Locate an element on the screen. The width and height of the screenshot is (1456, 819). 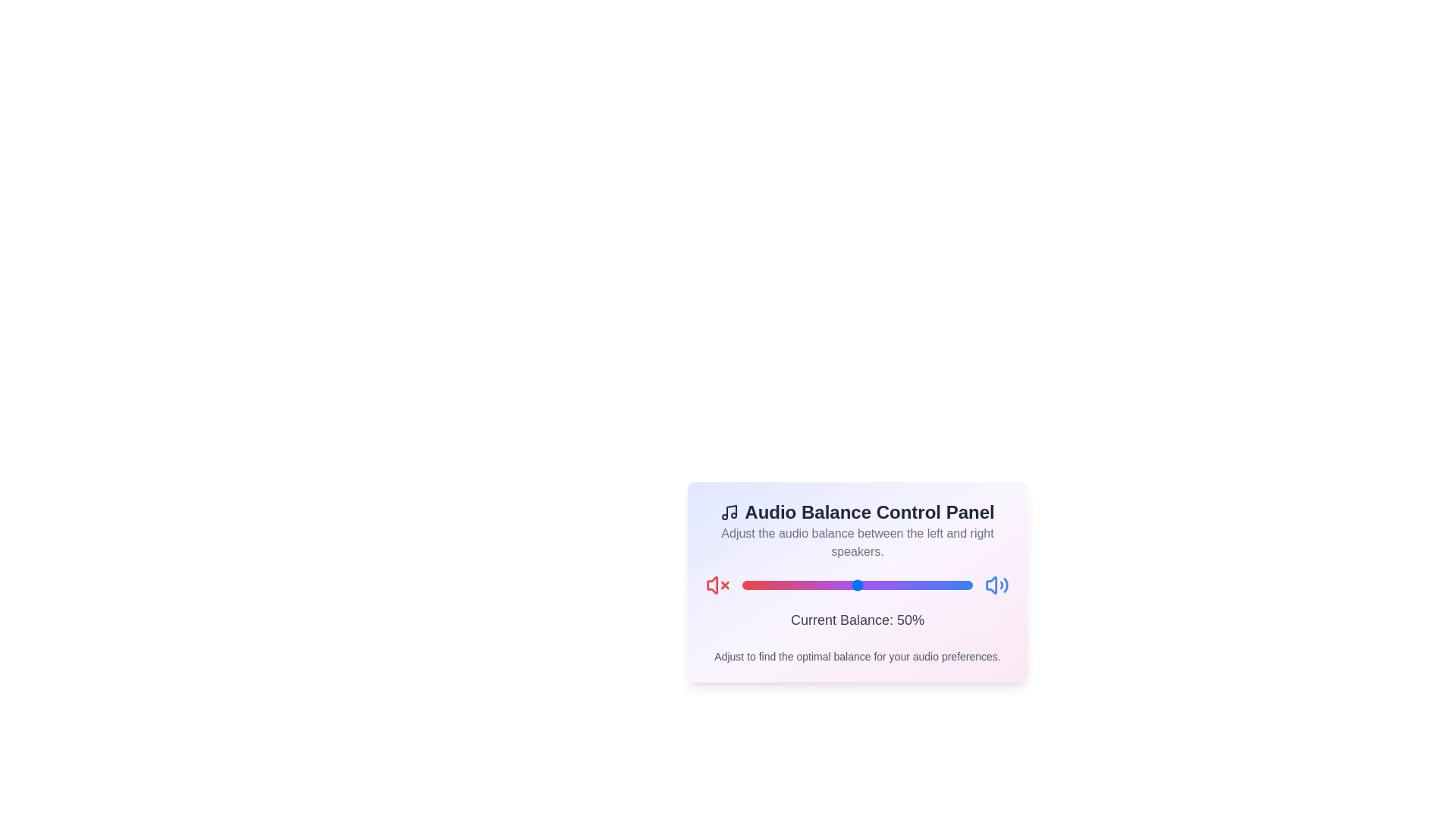
the balance slider to 97% is located at coordinates (965, 584).